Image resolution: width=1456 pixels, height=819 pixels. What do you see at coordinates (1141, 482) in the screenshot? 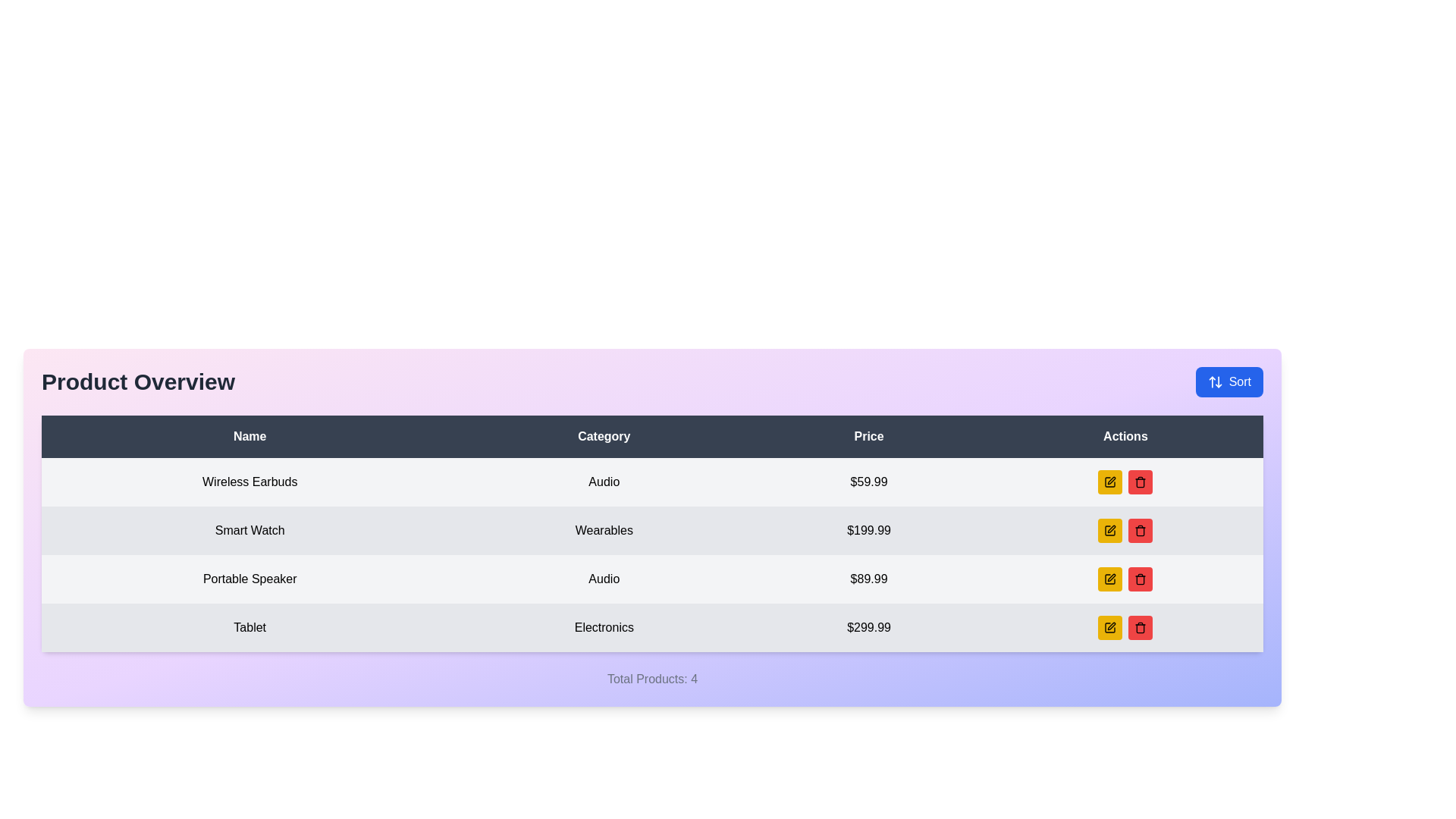
I see `the delete button located in the 'Actions' column of the third row of the table, which is to the right of the edit button for the 'Portable Speaker' item` at bounding box center [1141, 482].